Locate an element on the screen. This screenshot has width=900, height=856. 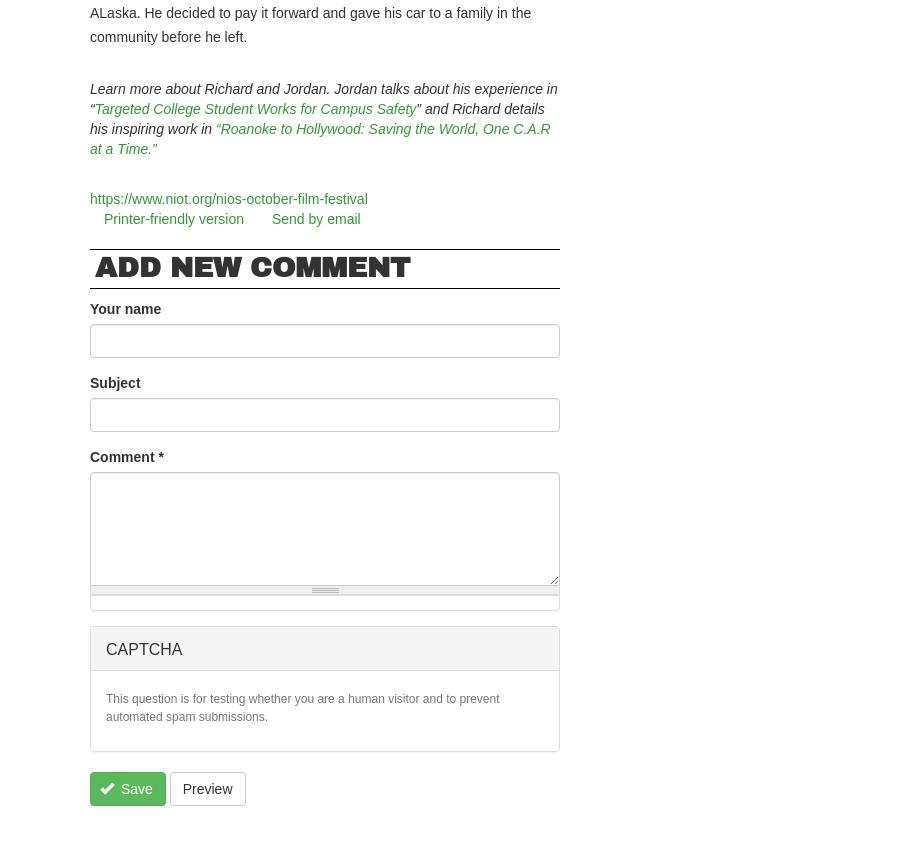
'Learn more about Richard and Jordan. Jordan talks about his experience in “' is located at coordinates (322, 98).